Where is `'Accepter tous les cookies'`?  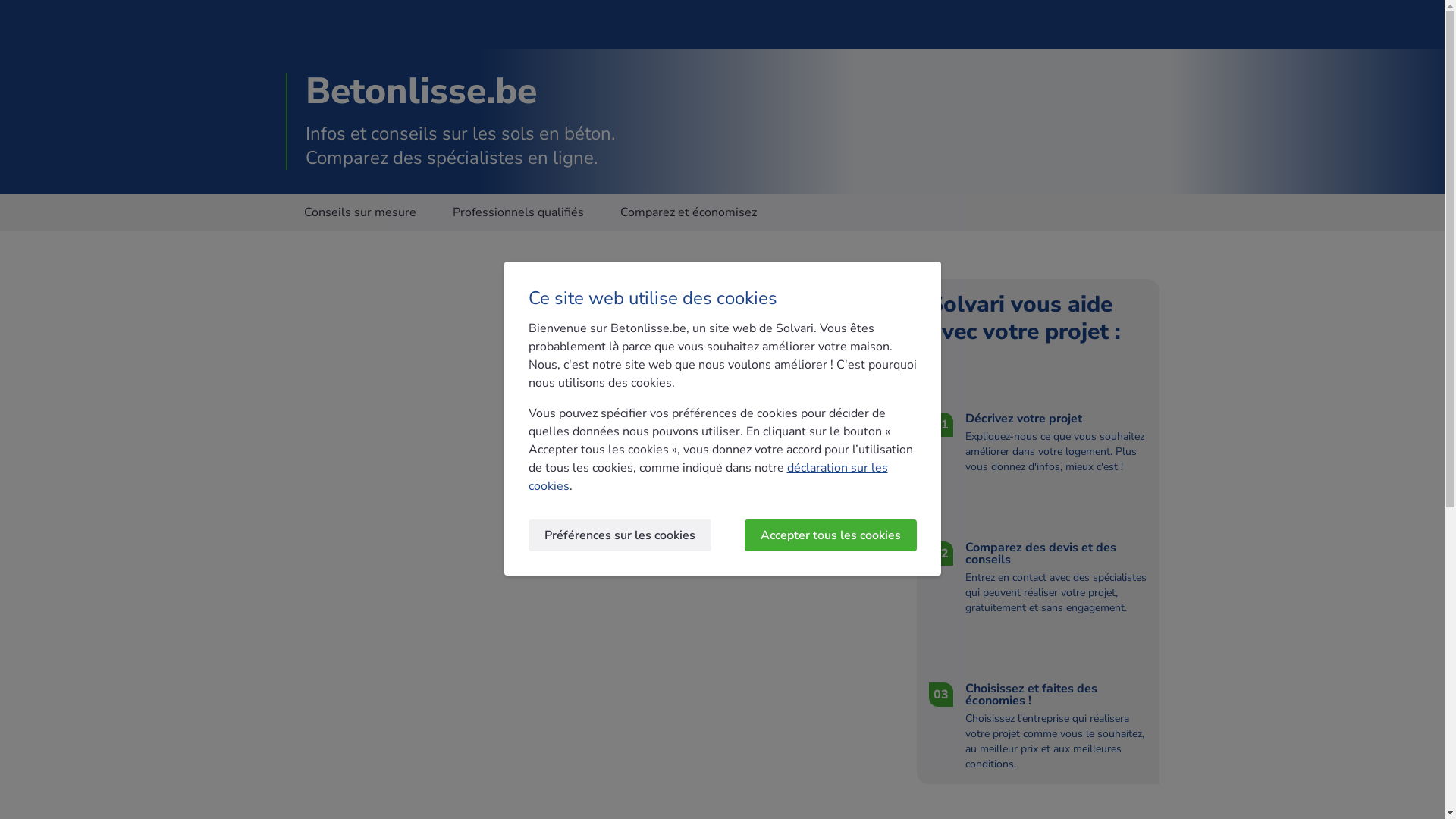
'Accepter tous les cookies' is located at coordinates (745, 534).